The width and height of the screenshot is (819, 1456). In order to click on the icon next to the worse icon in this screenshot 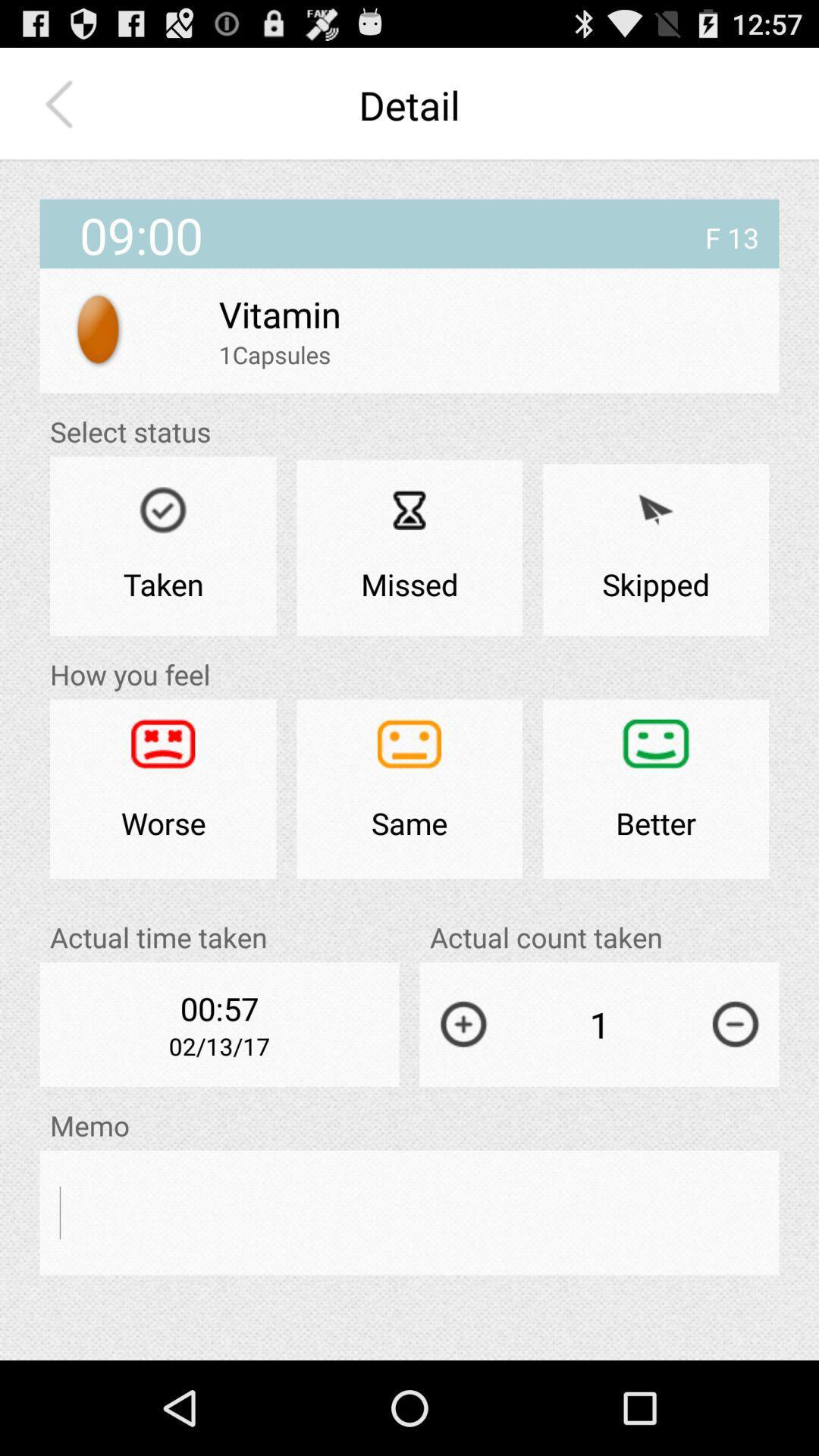, I will do `click(409, 789)`.